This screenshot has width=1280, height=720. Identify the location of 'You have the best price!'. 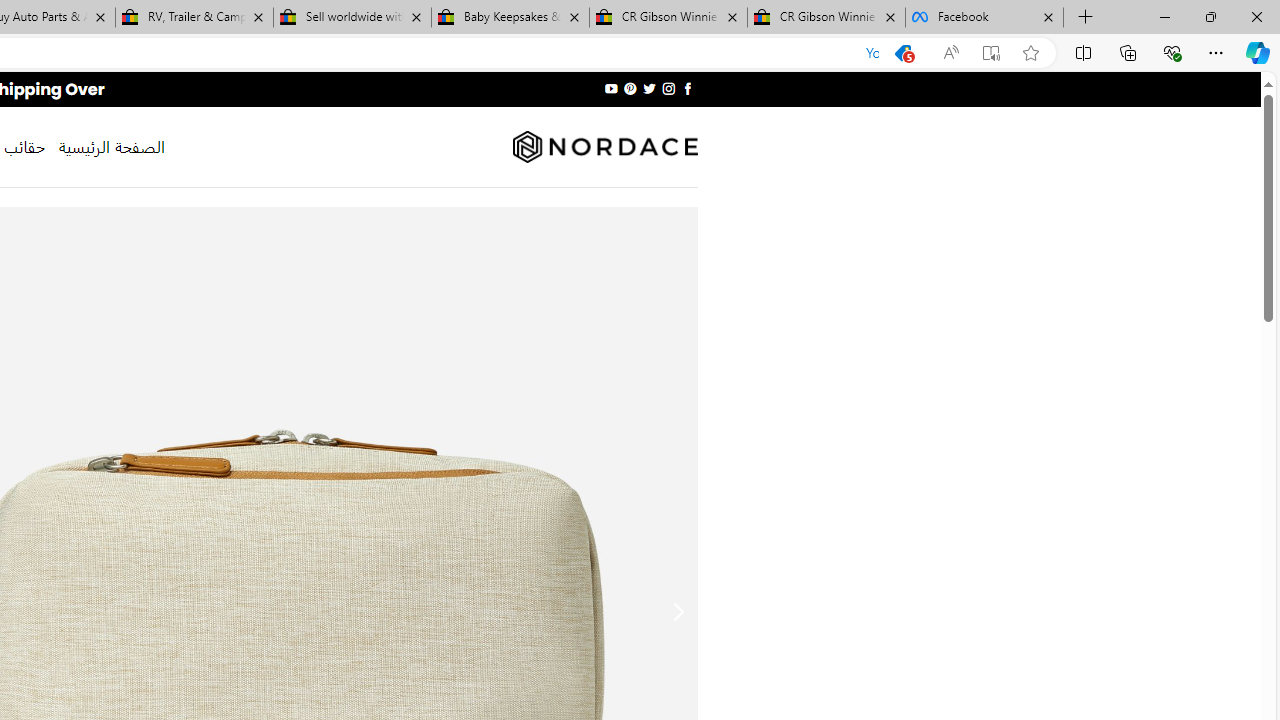
(902, 52).